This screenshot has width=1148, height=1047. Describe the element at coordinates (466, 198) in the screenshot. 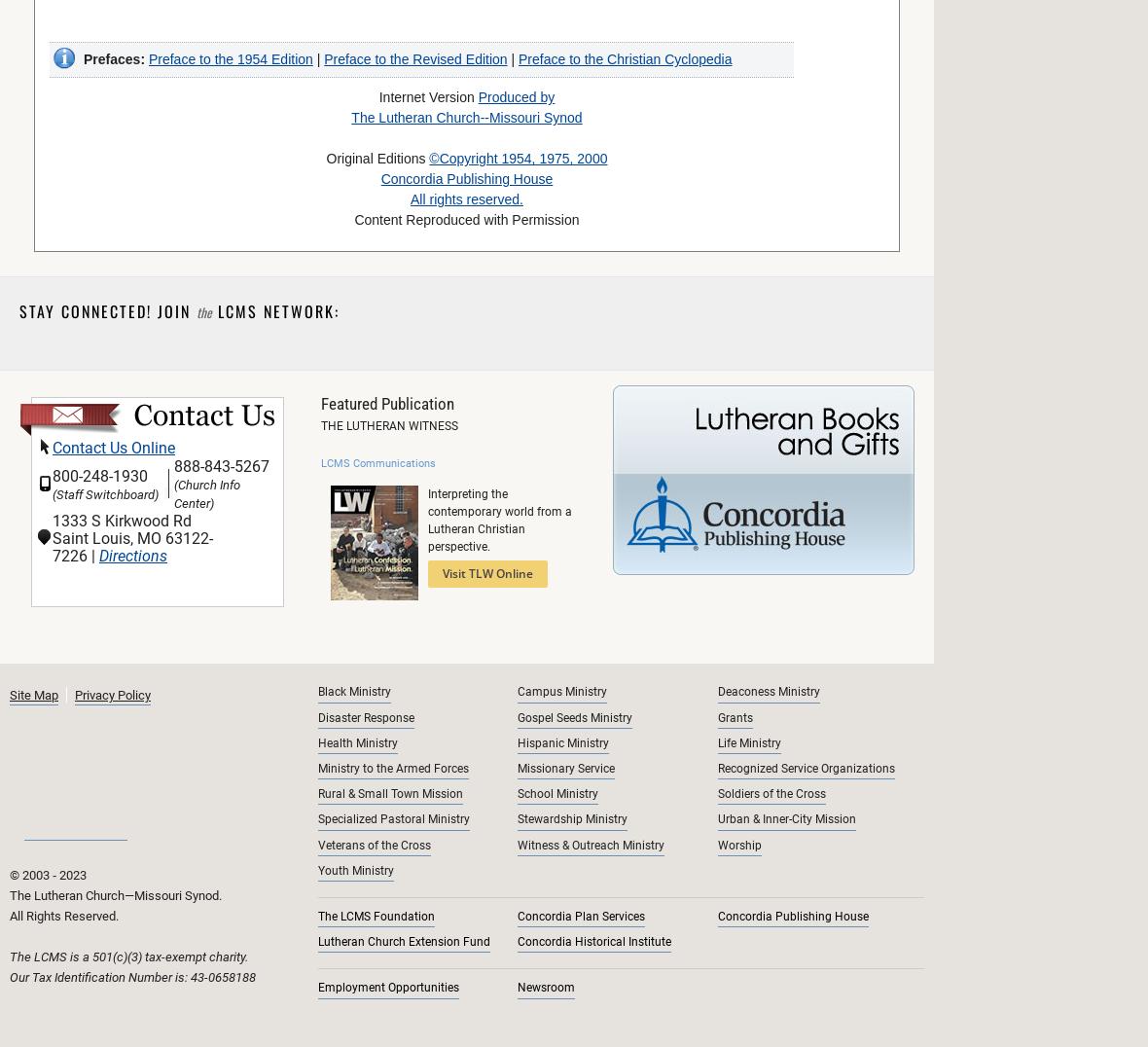

I see `'All rights reserved.'` at that location.